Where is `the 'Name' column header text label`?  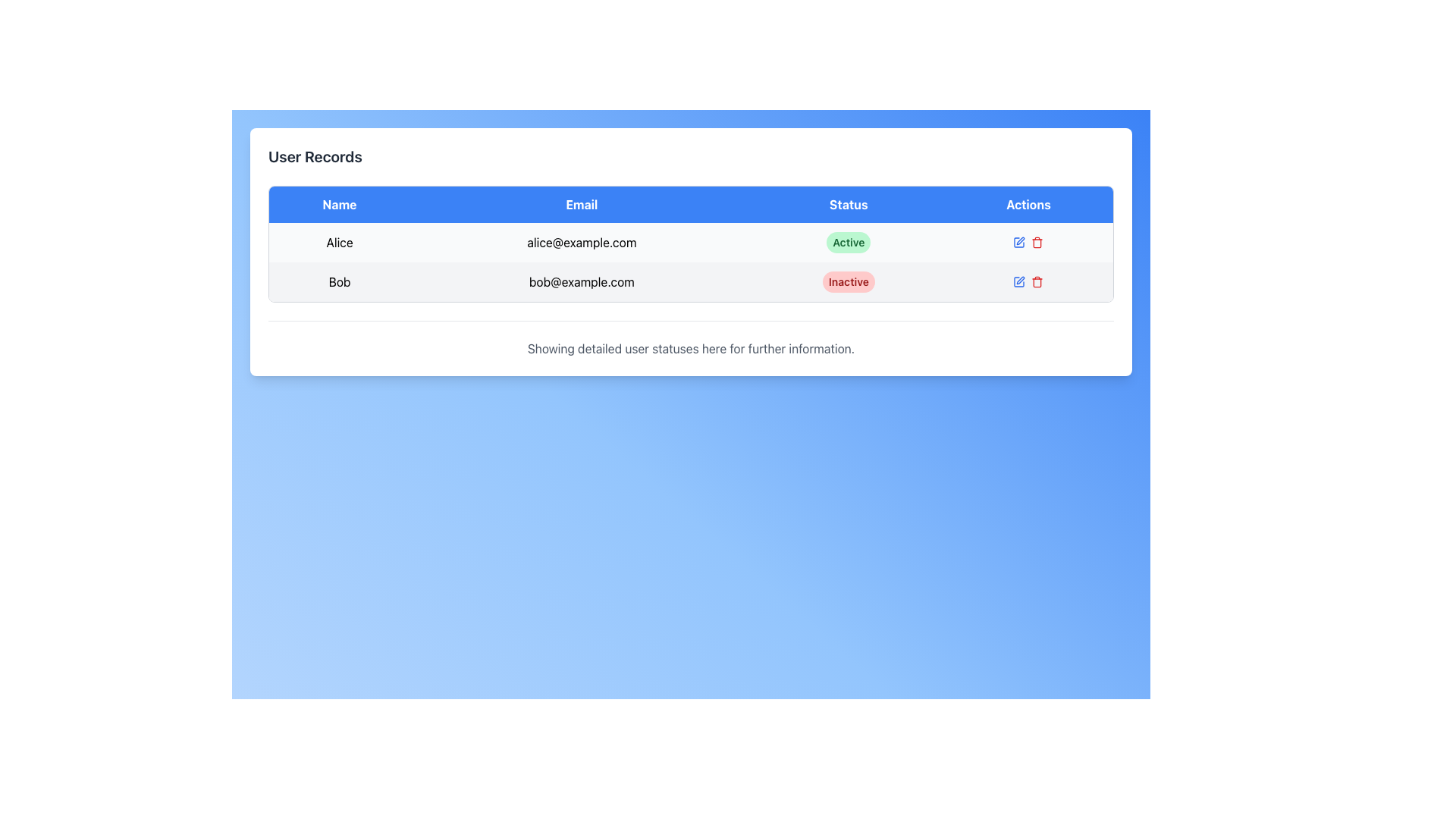 the 'Name' column header text label is located at coordinates (338, 205).